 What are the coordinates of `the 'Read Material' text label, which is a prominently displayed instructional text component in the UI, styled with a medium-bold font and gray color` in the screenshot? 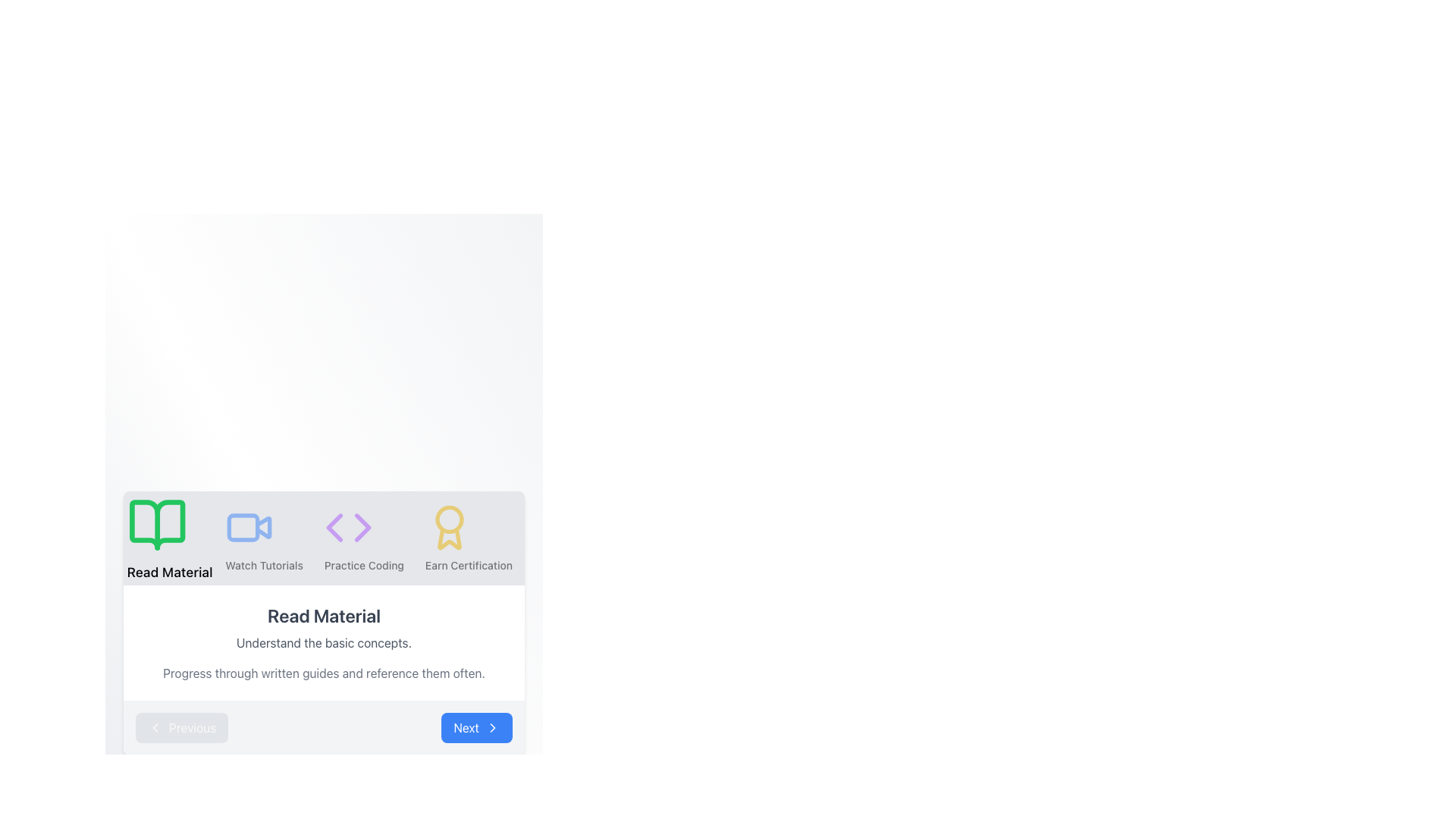 It's located at (323, 616).